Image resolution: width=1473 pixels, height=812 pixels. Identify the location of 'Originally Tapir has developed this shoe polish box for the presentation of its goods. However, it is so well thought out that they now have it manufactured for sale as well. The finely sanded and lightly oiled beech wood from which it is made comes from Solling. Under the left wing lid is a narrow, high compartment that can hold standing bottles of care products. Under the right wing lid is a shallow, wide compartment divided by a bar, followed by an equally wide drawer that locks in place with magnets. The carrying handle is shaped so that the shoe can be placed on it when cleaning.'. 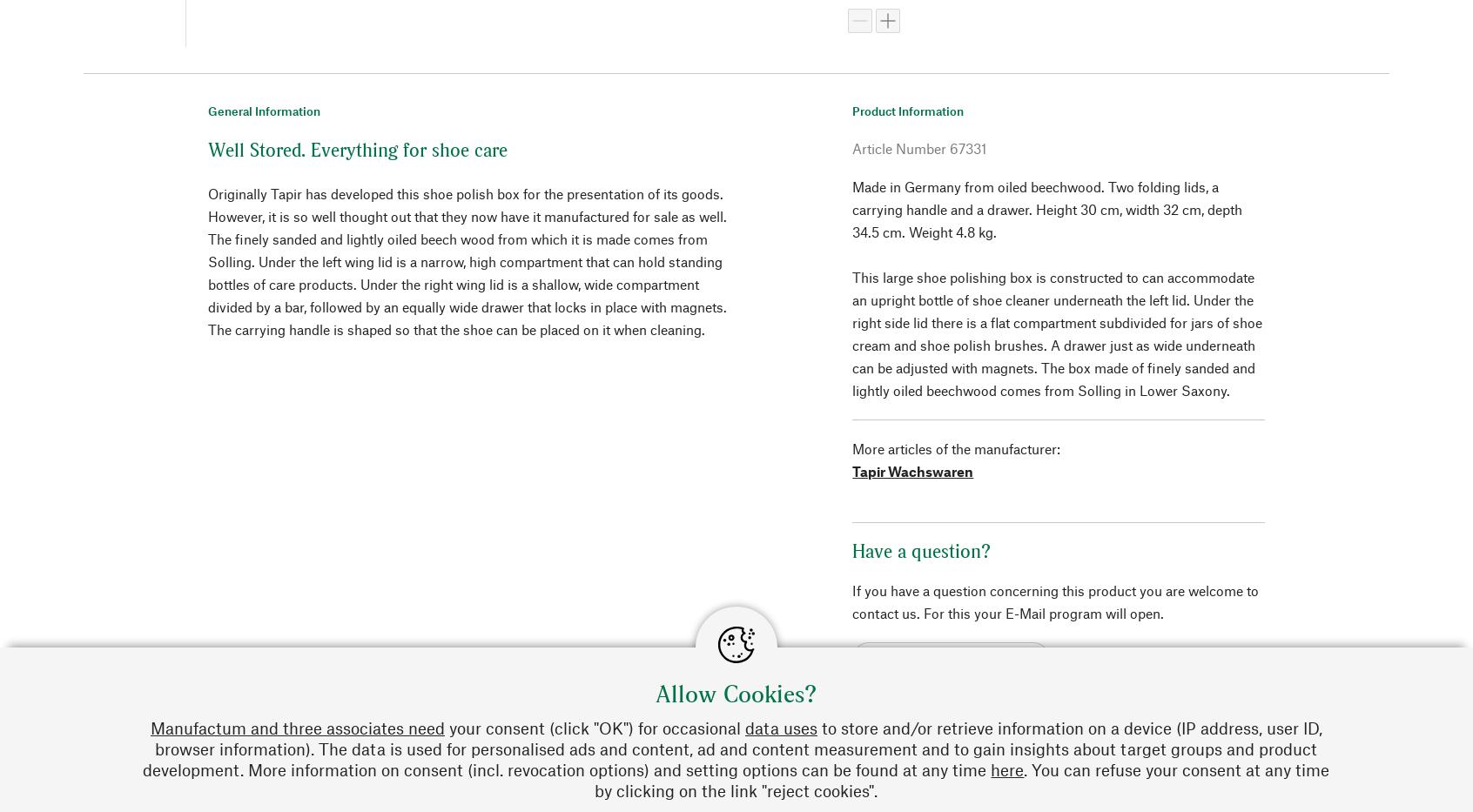
(467, 260).